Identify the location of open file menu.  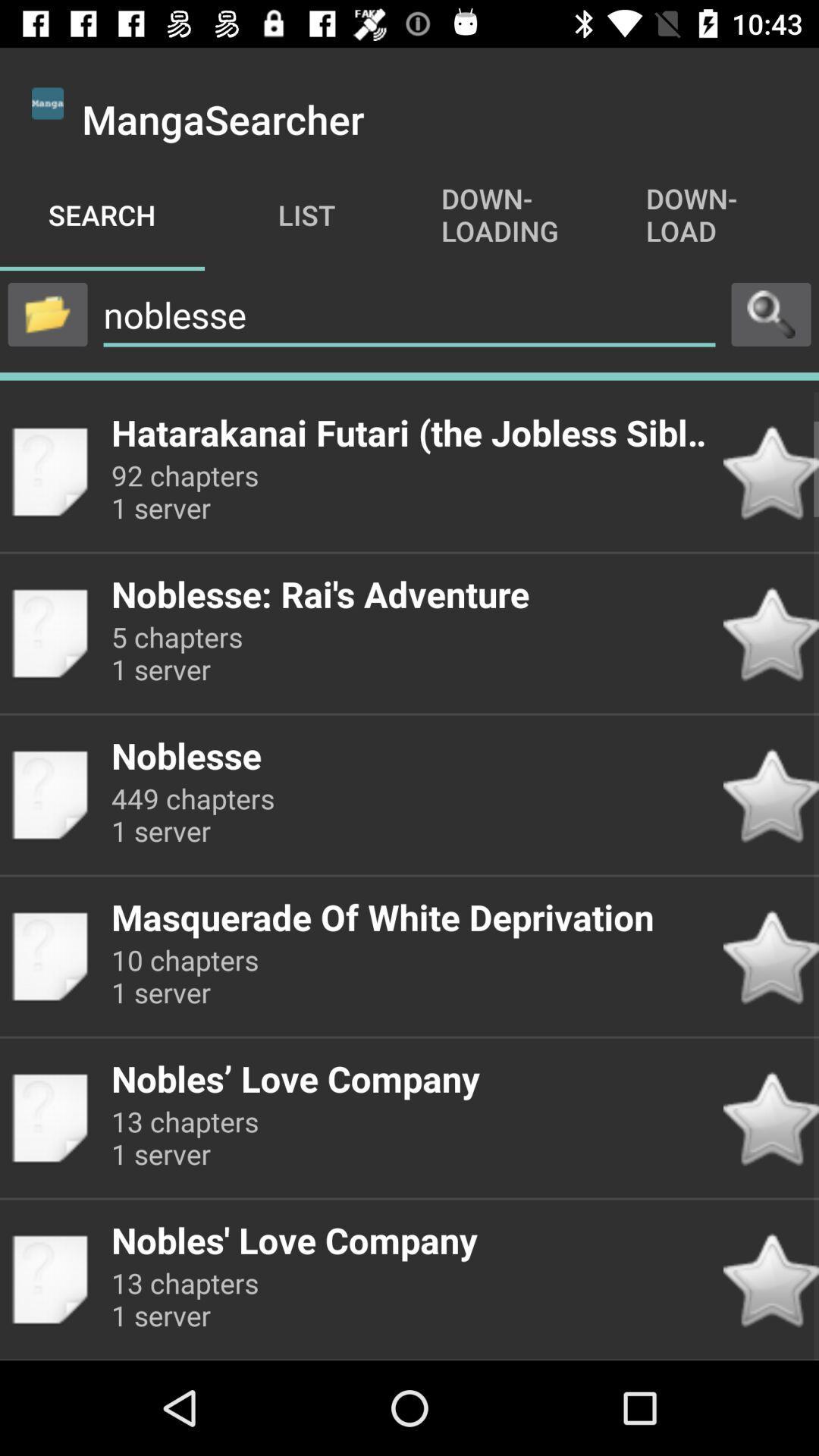
(46, 313).